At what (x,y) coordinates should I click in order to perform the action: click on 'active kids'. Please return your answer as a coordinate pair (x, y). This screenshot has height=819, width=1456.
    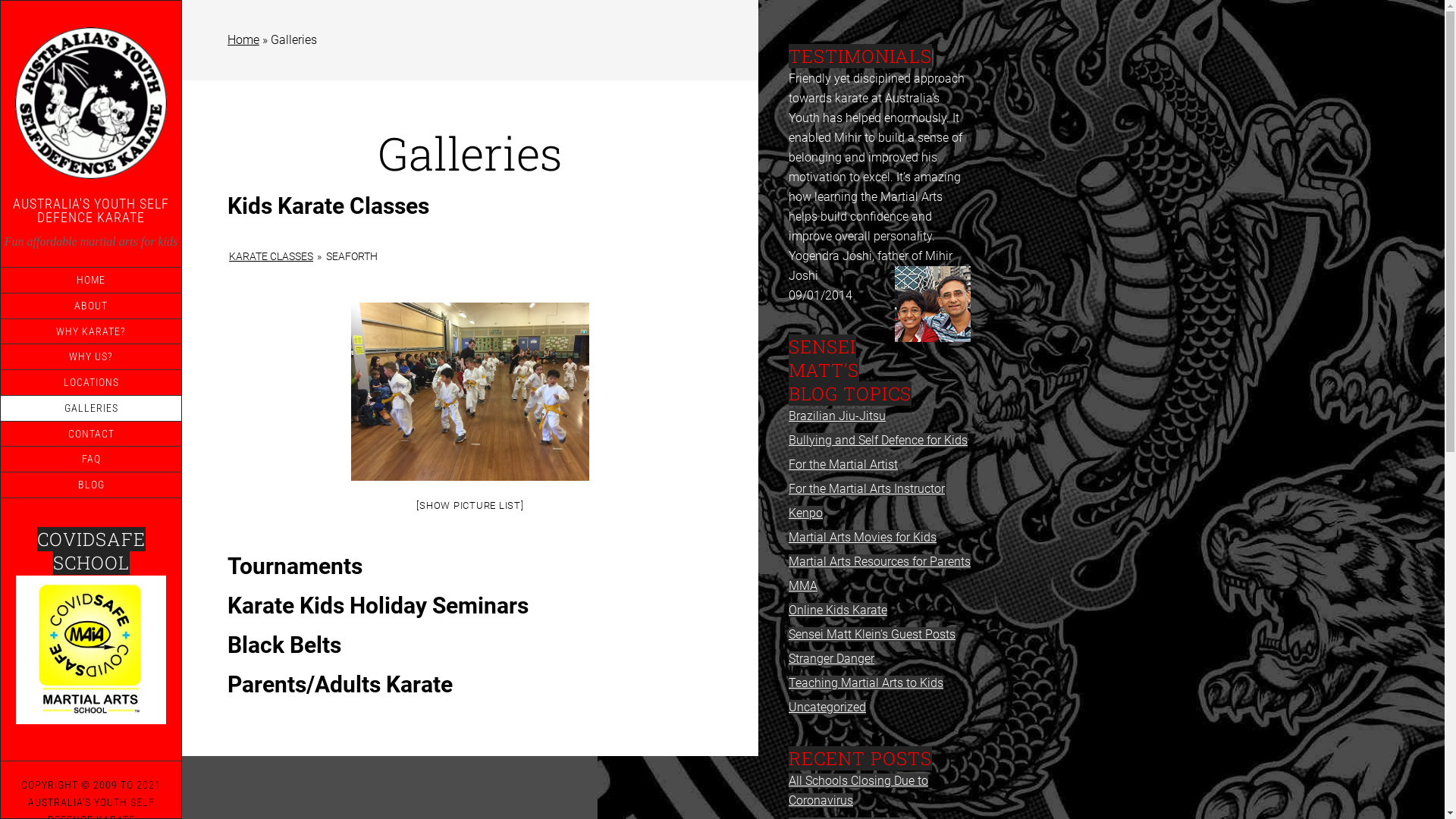
    Looking at the image, I should click on (90, 649).